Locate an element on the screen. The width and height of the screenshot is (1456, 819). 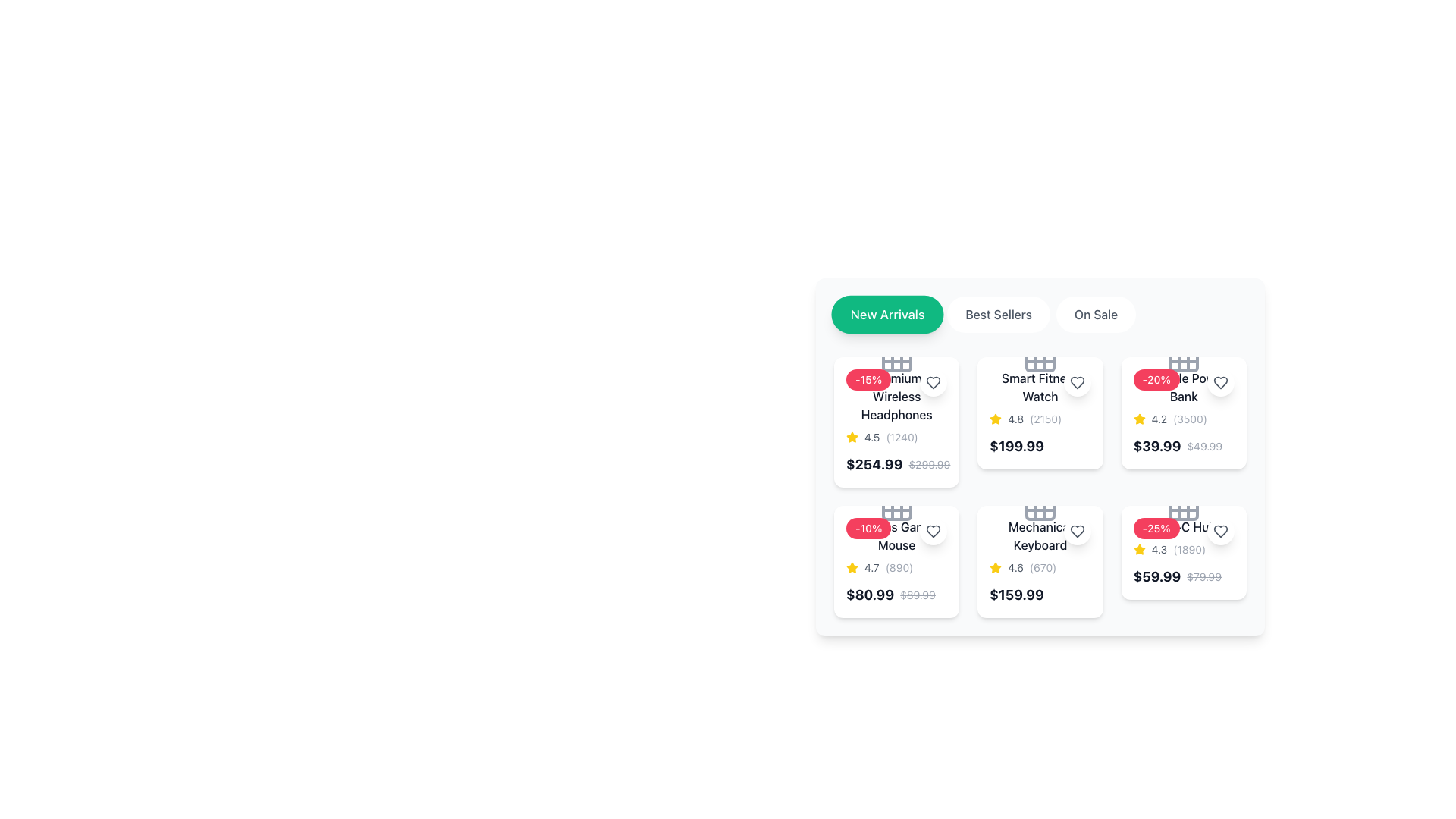
the heart-shaped icon button in the top-right corner of the product card for 'Portable Power Bank' to mark it as a favorite or remove it from favorites is located at coordinates (1220, 382).